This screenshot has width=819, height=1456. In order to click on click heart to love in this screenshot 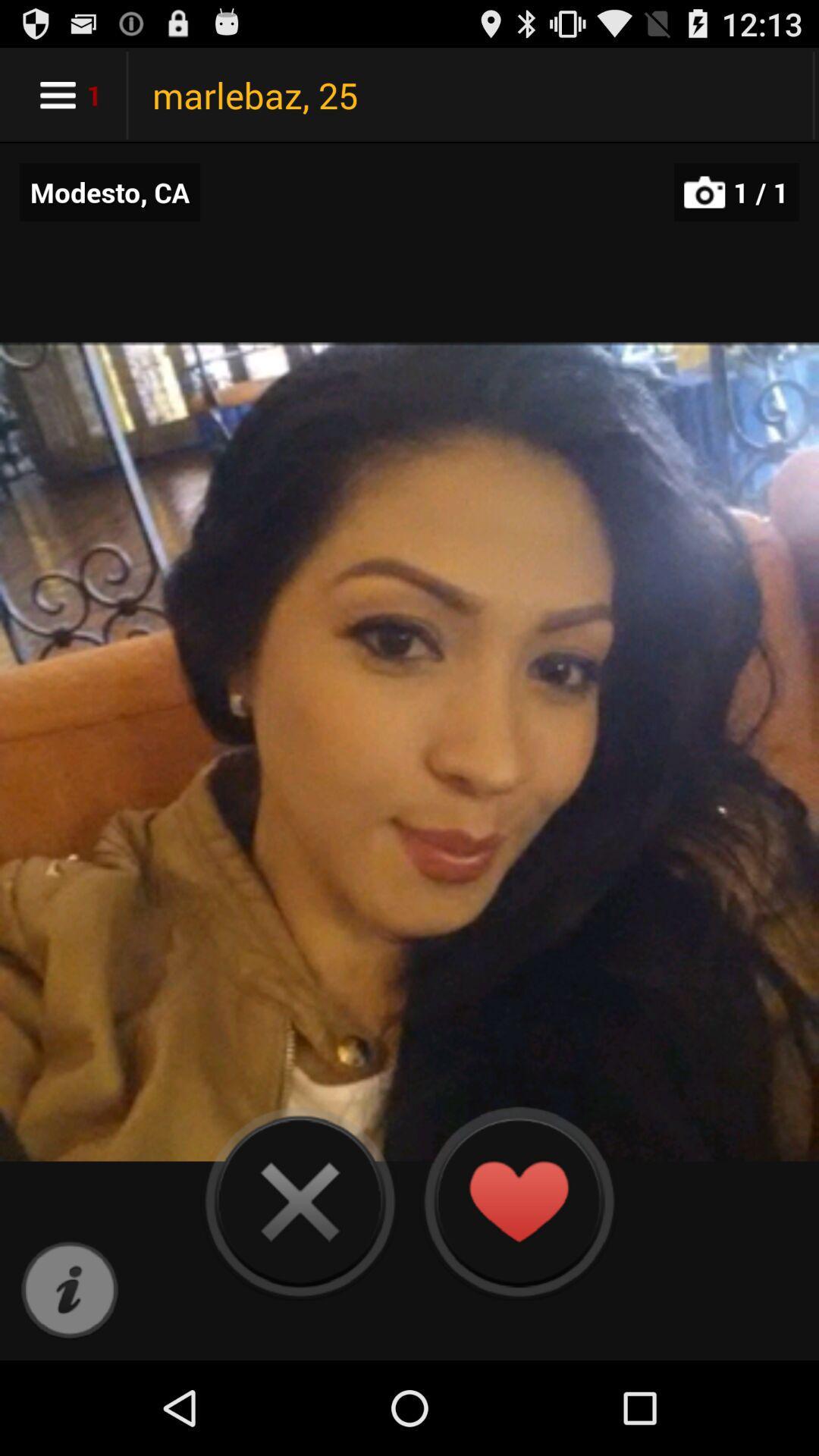, I will do `click(517, 1200)`.